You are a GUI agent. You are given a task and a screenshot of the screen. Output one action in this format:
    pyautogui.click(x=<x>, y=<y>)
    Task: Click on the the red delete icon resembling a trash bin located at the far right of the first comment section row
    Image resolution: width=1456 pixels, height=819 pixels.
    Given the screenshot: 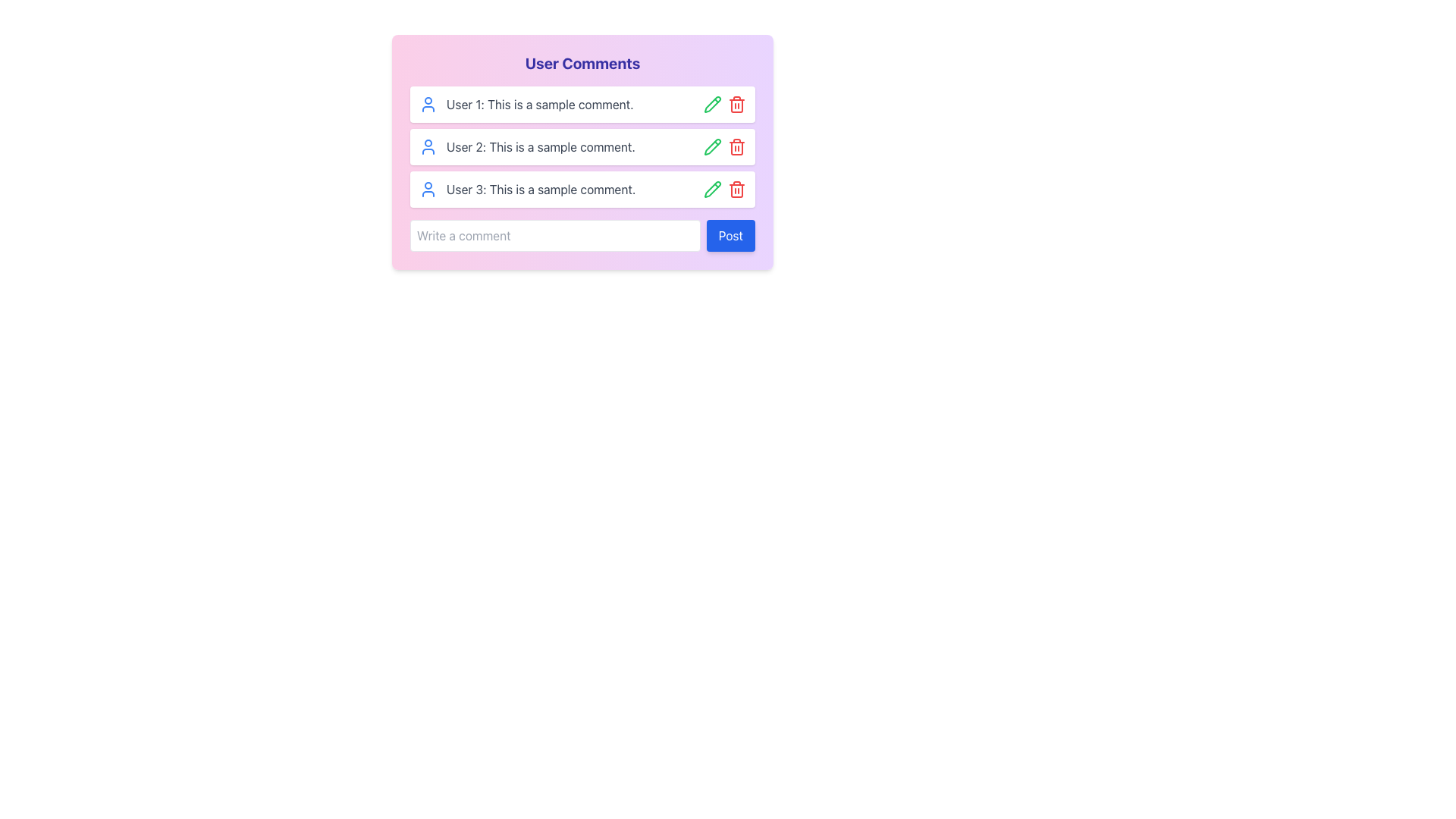 What is the action you would take?
    pyautogui.click(x=736, y=104)
    